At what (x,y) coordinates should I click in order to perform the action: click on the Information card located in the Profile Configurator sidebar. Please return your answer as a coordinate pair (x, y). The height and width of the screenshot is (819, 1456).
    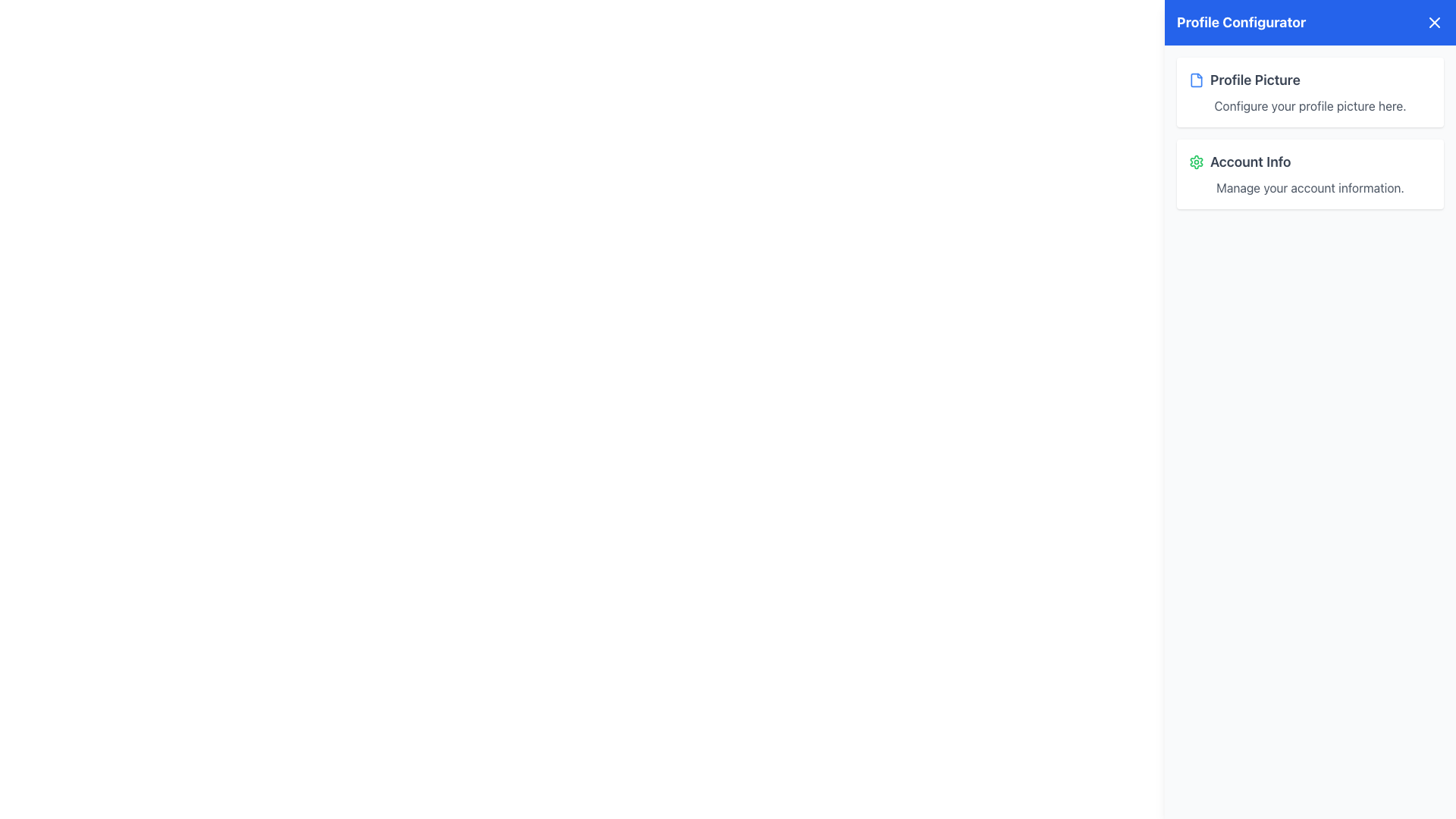
    Looking at the image, I should click on (1310, 174).